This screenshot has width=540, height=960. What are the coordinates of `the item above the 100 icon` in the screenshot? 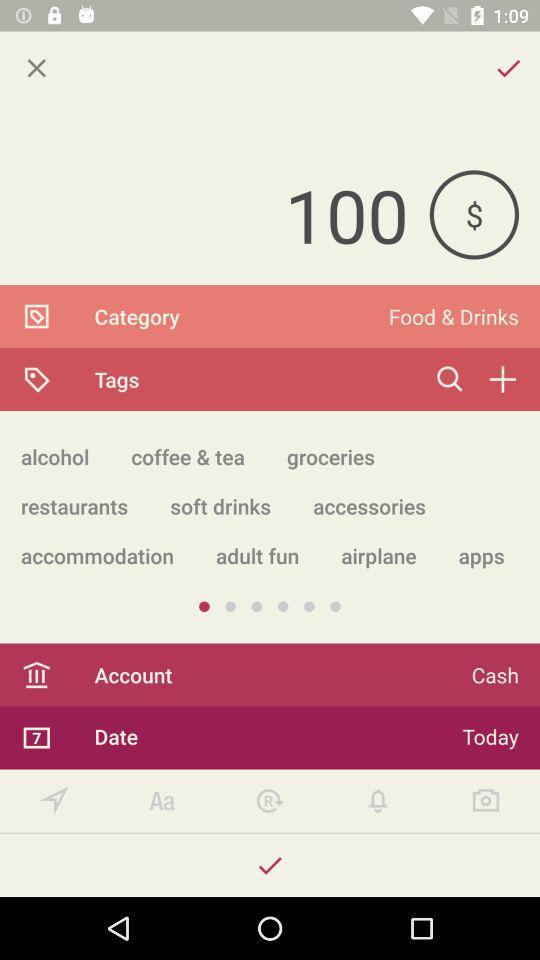 It's located at (36, 68).